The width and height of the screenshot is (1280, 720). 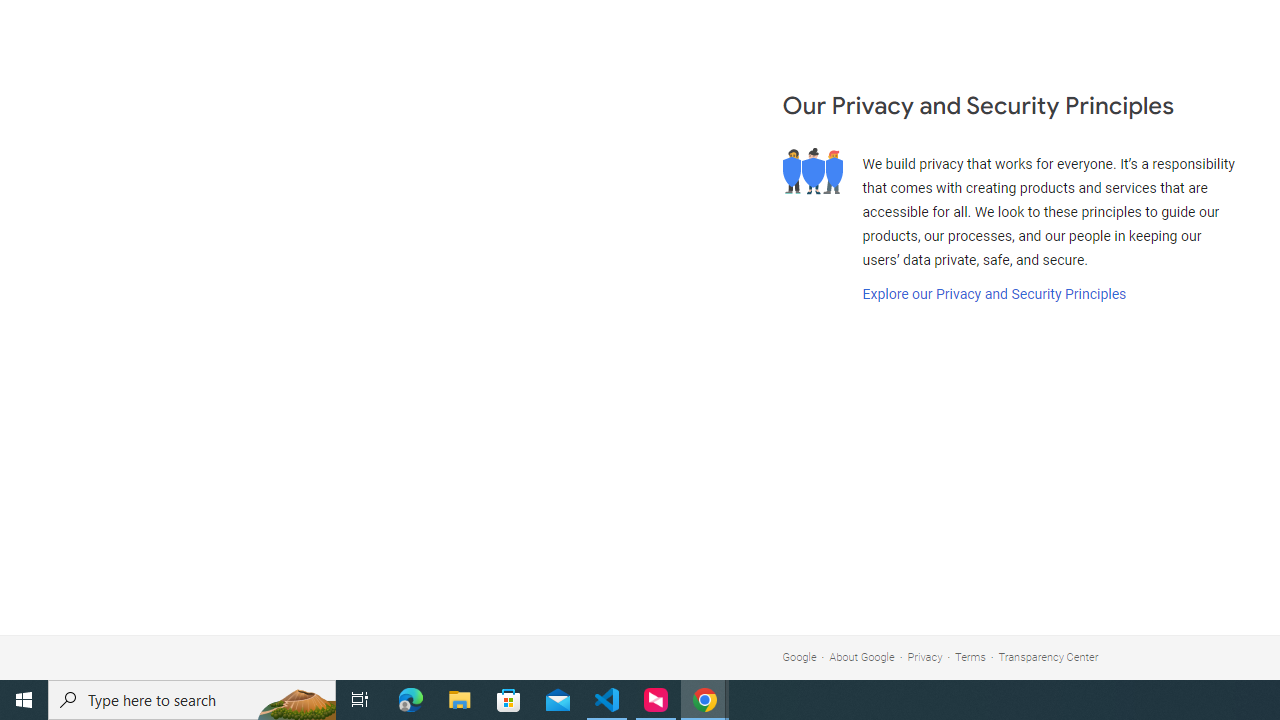 What do you see at coordinates (993, 294) in the screenshot?
I see `'Explore our Privacy and Security Principles'` at bounding box center [993, 294].